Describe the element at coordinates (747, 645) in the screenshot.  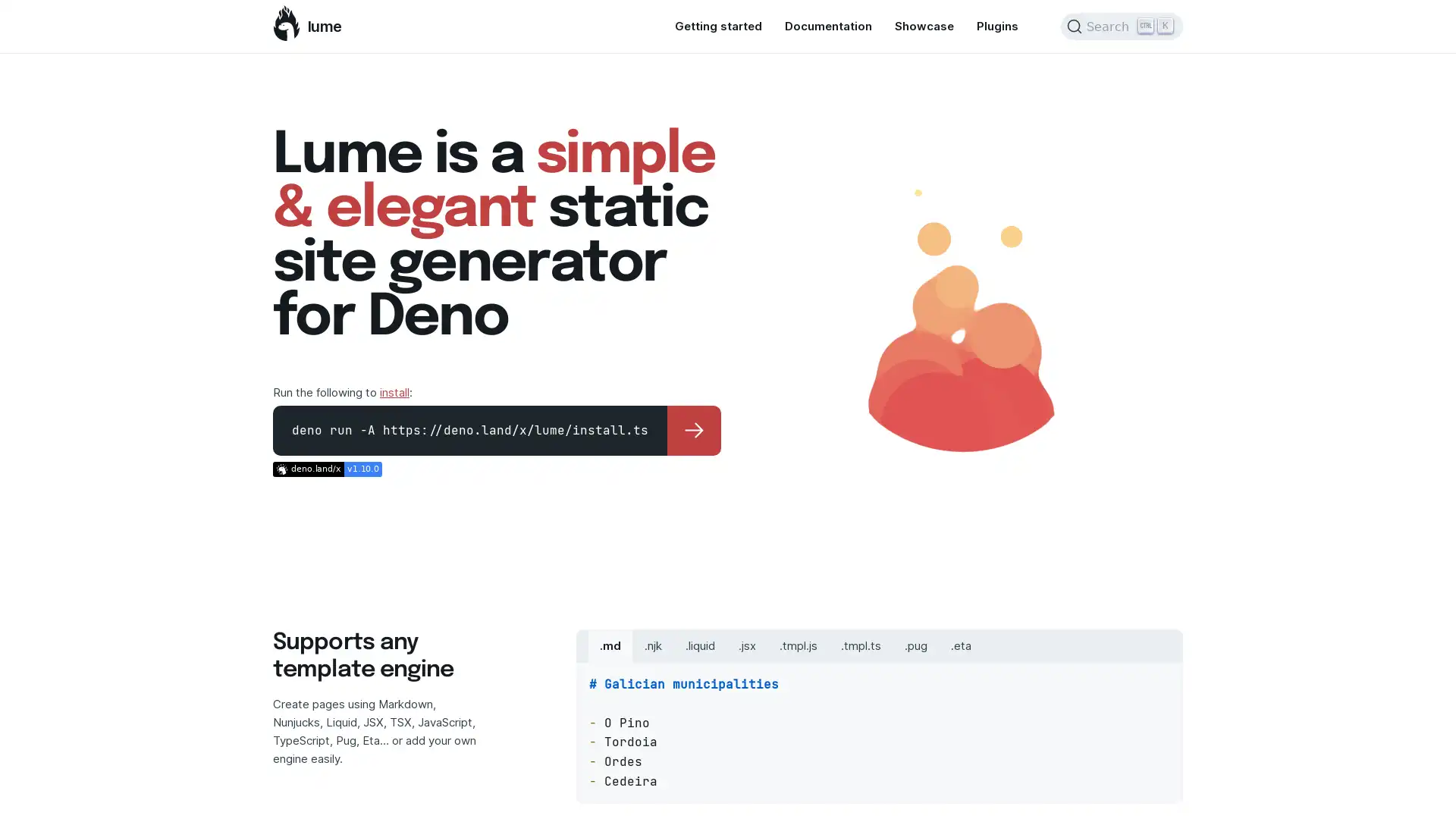
I see `.jsx` at that location.